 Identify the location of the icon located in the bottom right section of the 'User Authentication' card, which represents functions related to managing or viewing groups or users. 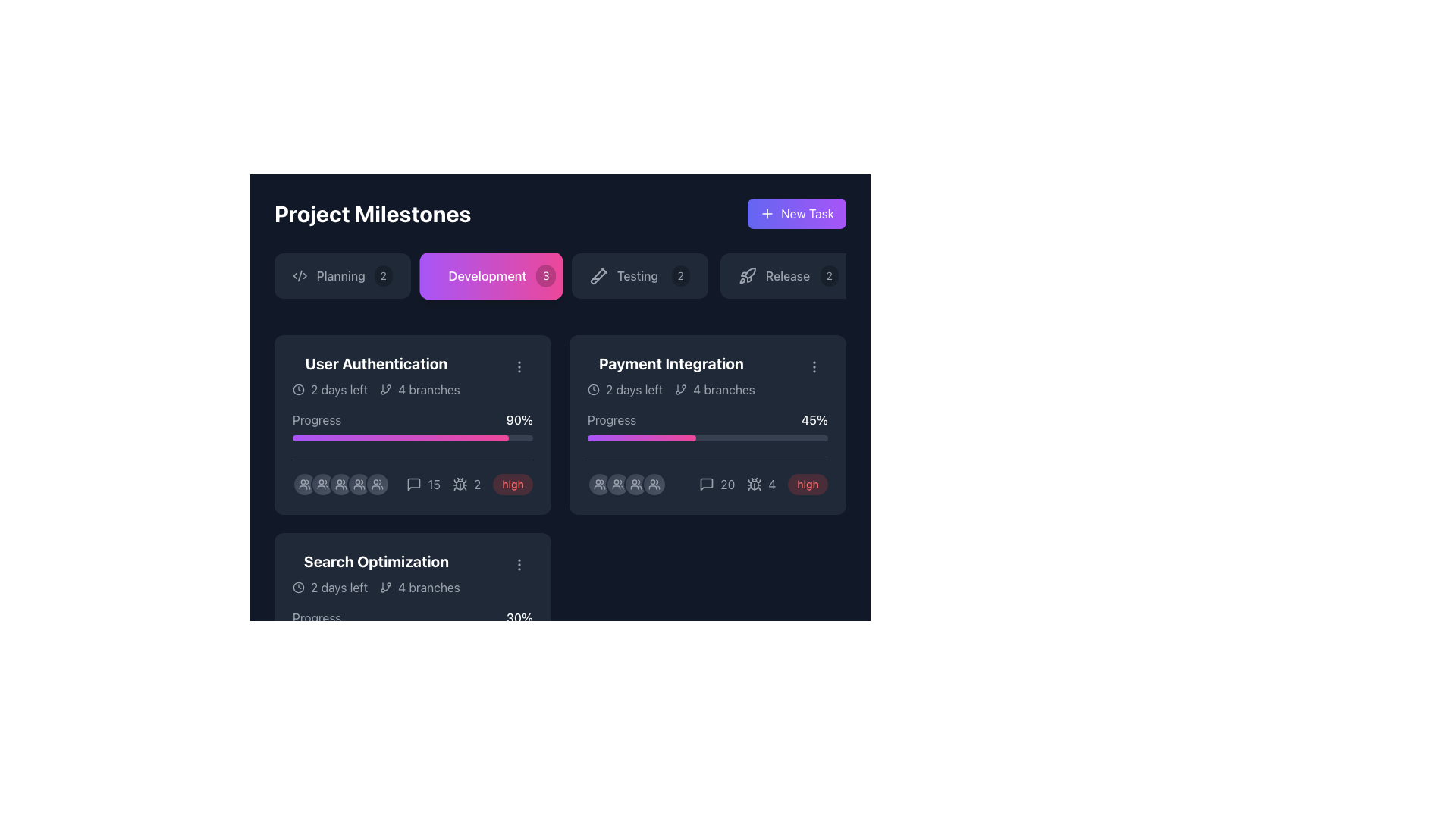
(599, 485).